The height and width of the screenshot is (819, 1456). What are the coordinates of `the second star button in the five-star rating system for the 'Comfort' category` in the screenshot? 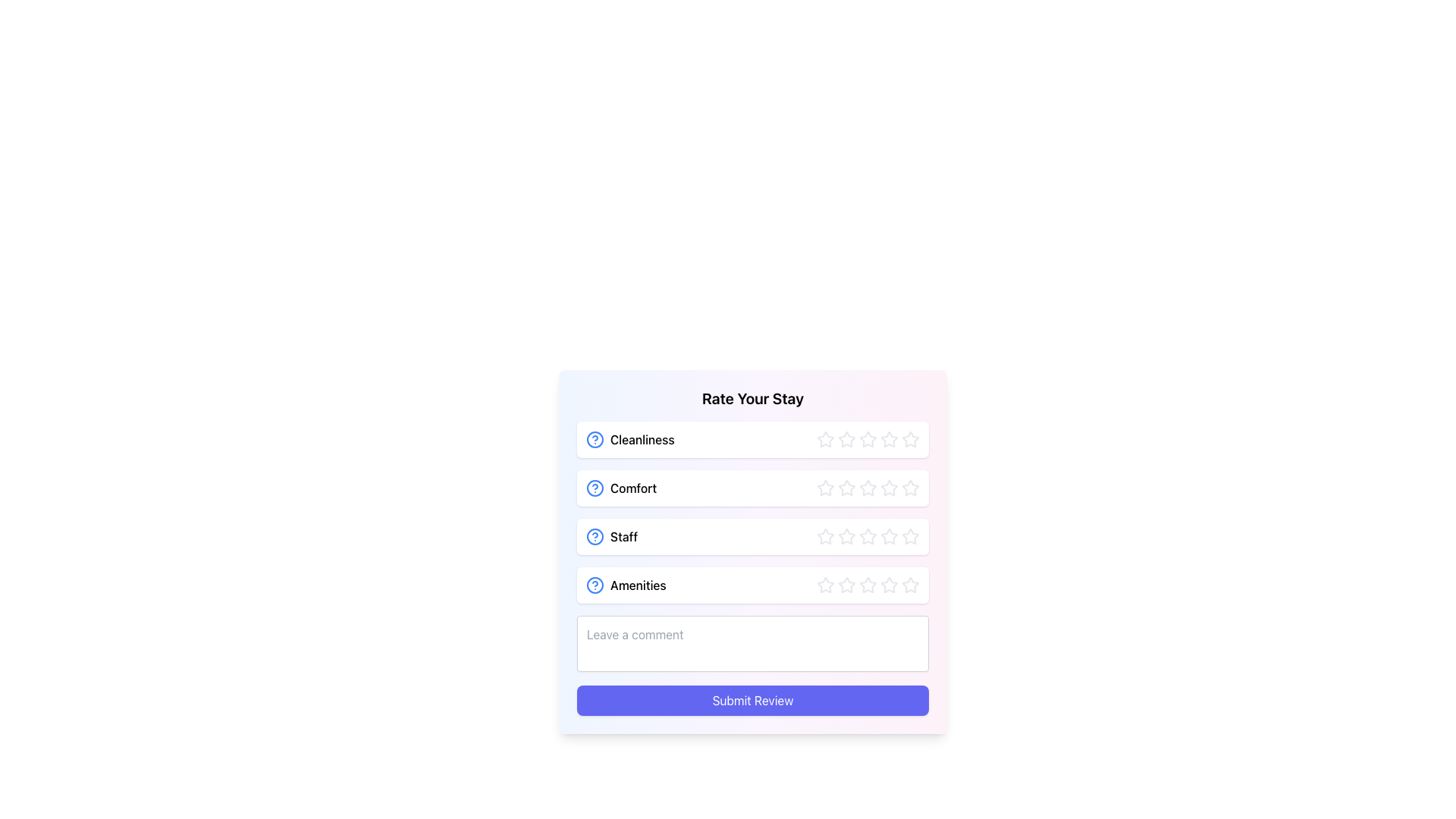 It's located at (825, 488).